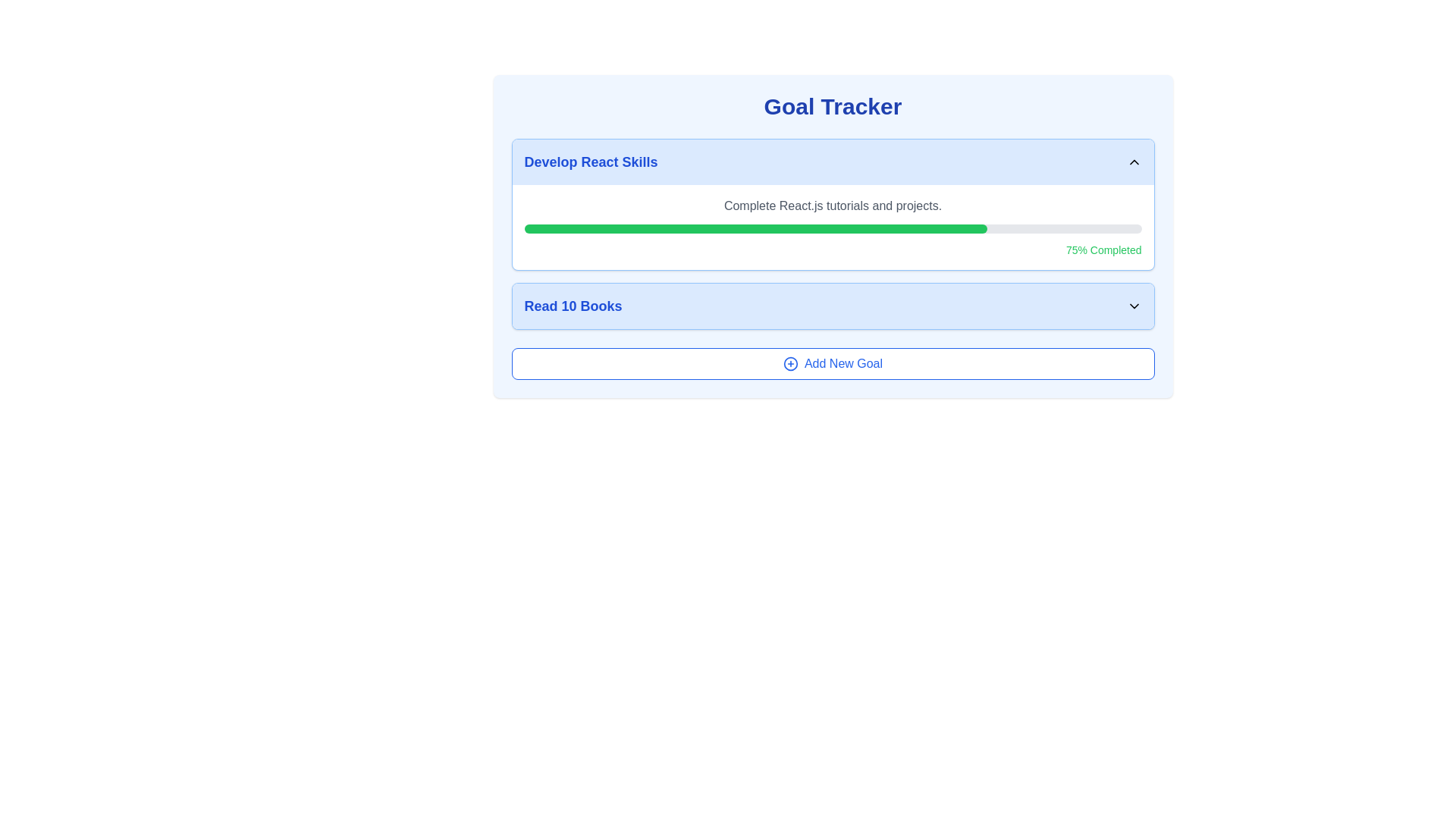 The image size is (1456, 819). Describe the element at coordinates (590, 162) in the screenshot. I see `the title text of a specific goal in the goal-tracking application, located in the top-left portion of its card` at that location.